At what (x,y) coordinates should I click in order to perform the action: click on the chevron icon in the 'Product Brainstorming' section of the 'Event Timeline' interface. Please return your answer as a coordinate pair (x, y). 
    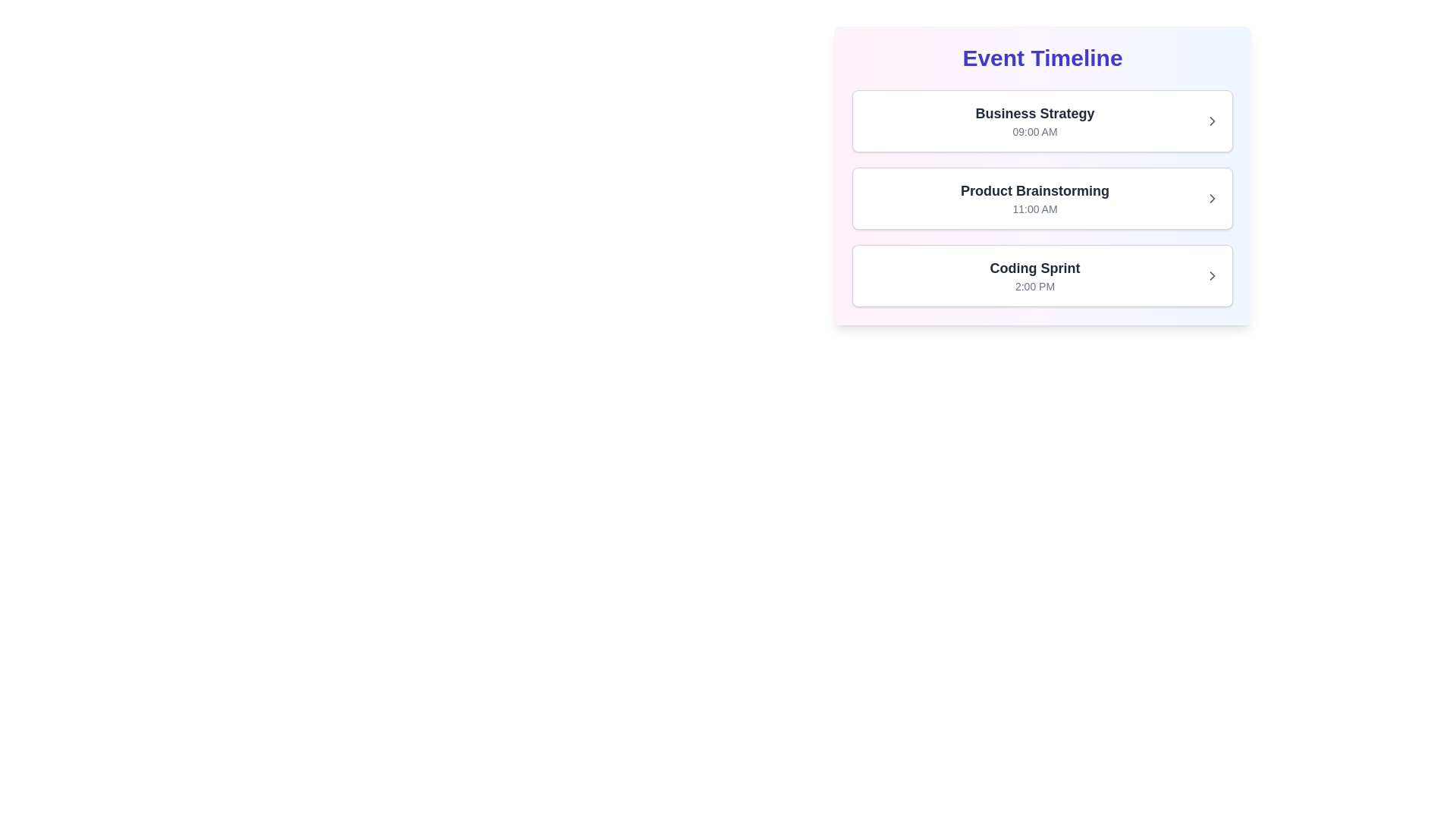
    Looking at the image, I should click on (1211, 198).